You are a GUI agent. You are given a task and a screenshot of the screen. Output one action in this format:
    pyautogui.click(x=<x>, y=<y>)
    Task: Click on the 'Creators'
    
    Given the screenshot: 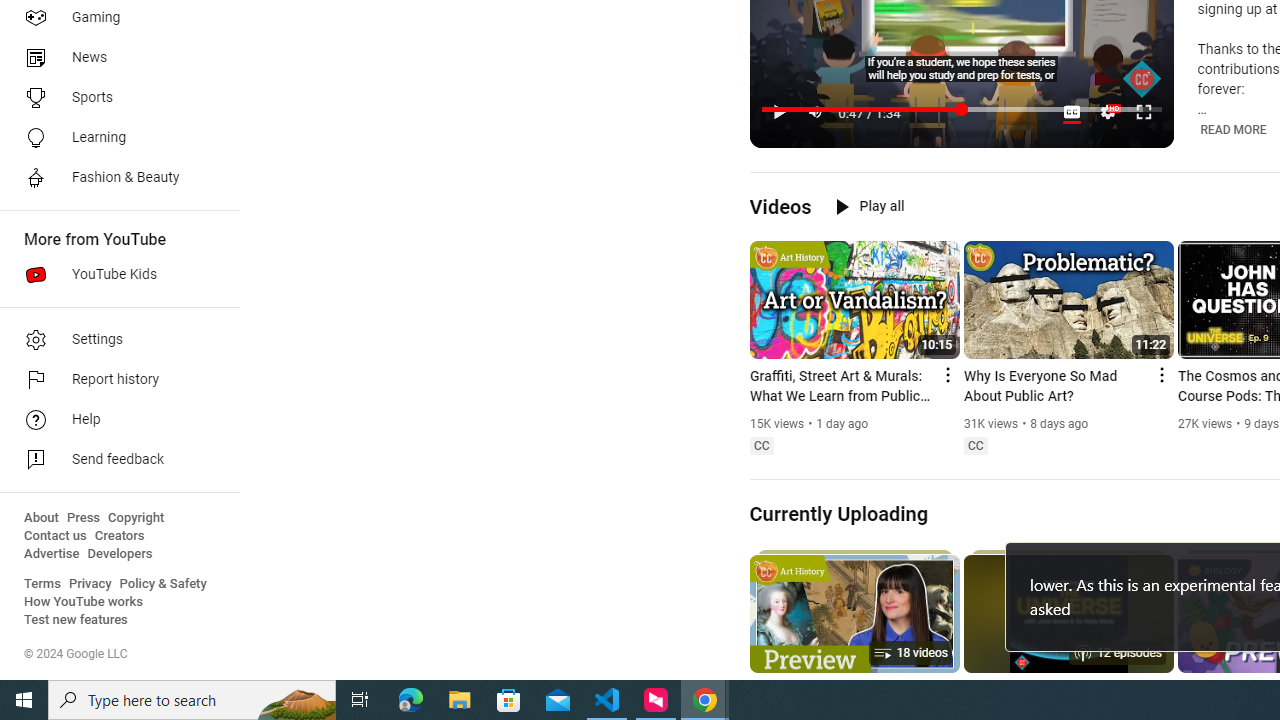 What is the action you would take?
    pyautogui.click(x=118, y=535)
    